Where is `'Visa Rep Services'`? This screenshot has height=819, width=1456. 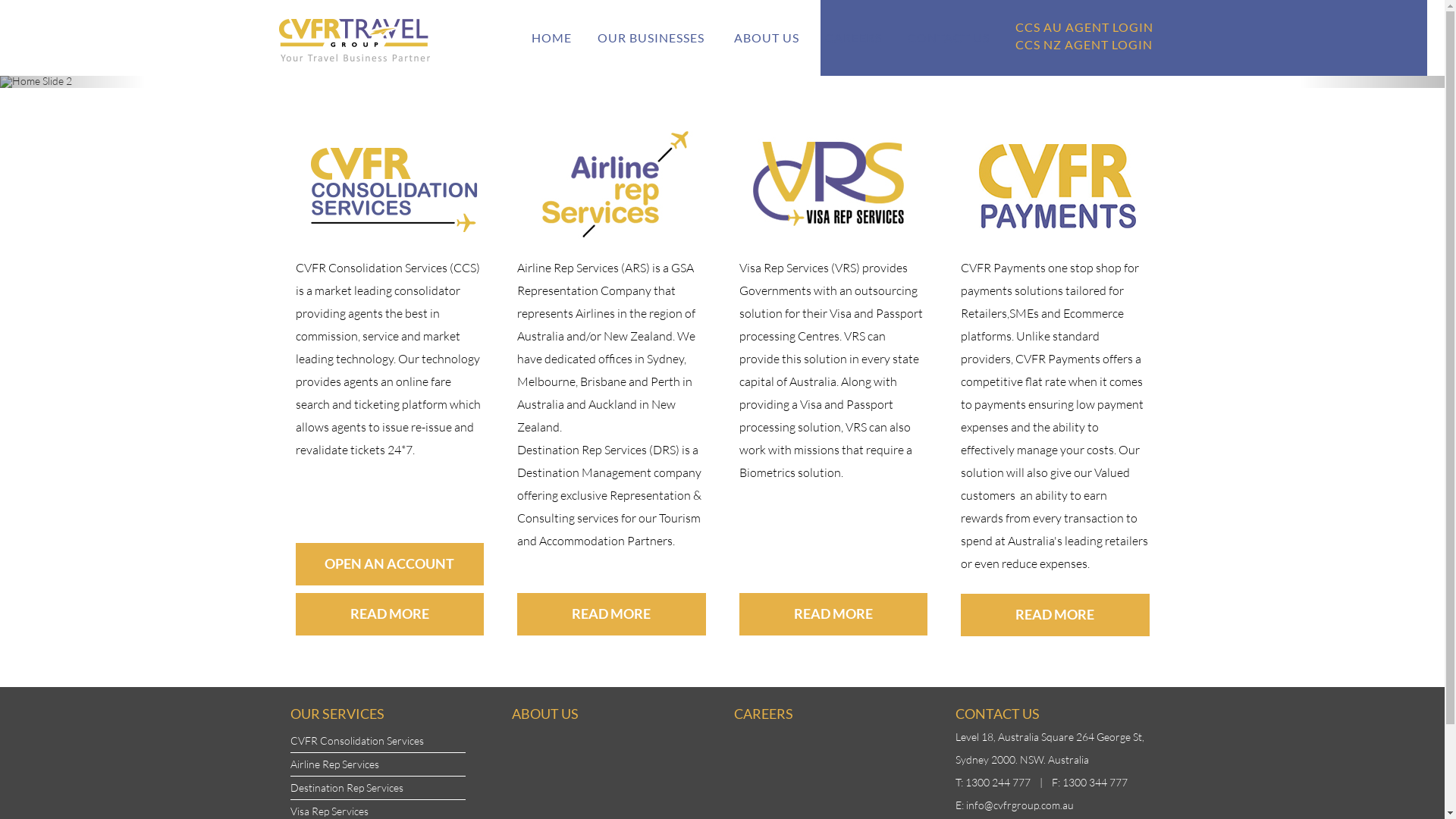
'Visa Rep Services' is located at coordinates (328, 810).